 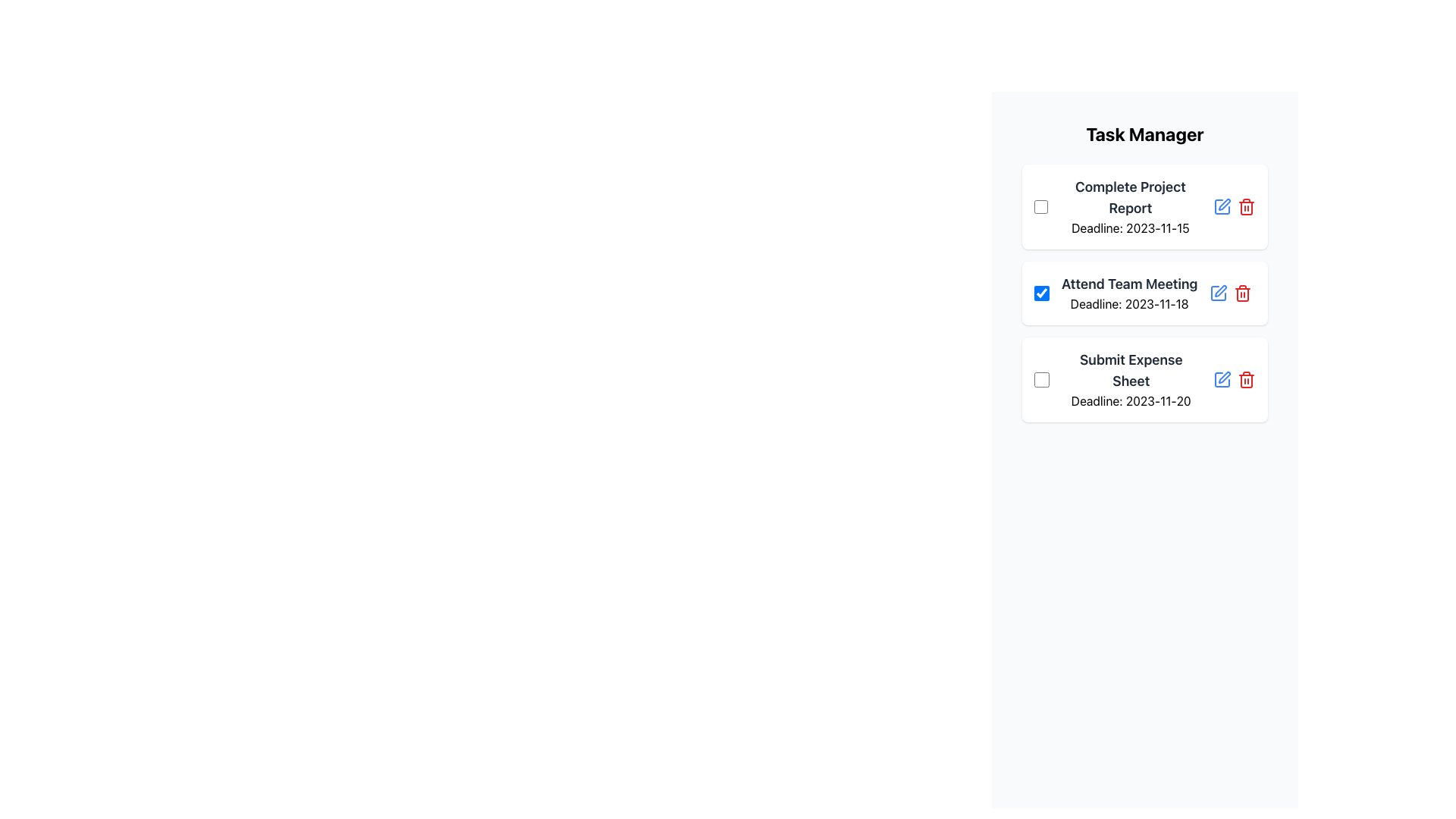 What do you see at coordinates (1131, 227) in the screenshot?
I see `the text label displaying 'Deadline: 2023-11-15' located at the bottom-left section of the task card for 'Complete Project Report'` at bounding box center [1131, 227].